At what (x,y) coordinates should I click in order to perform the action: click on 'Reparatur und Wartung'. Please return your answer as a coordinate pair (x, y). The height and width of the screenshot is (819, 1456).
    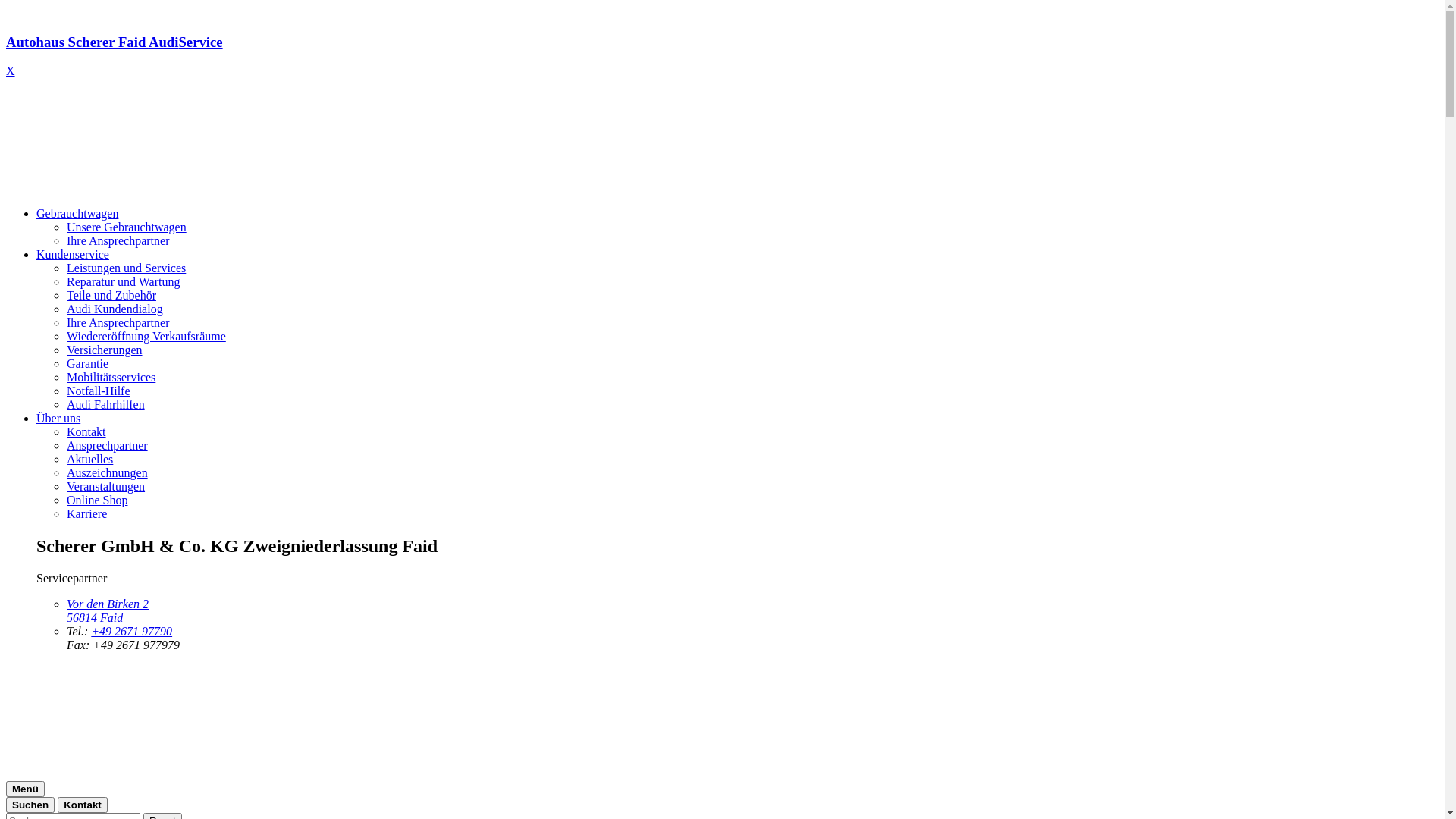
    Looking at the image, I should click on (123, 281).